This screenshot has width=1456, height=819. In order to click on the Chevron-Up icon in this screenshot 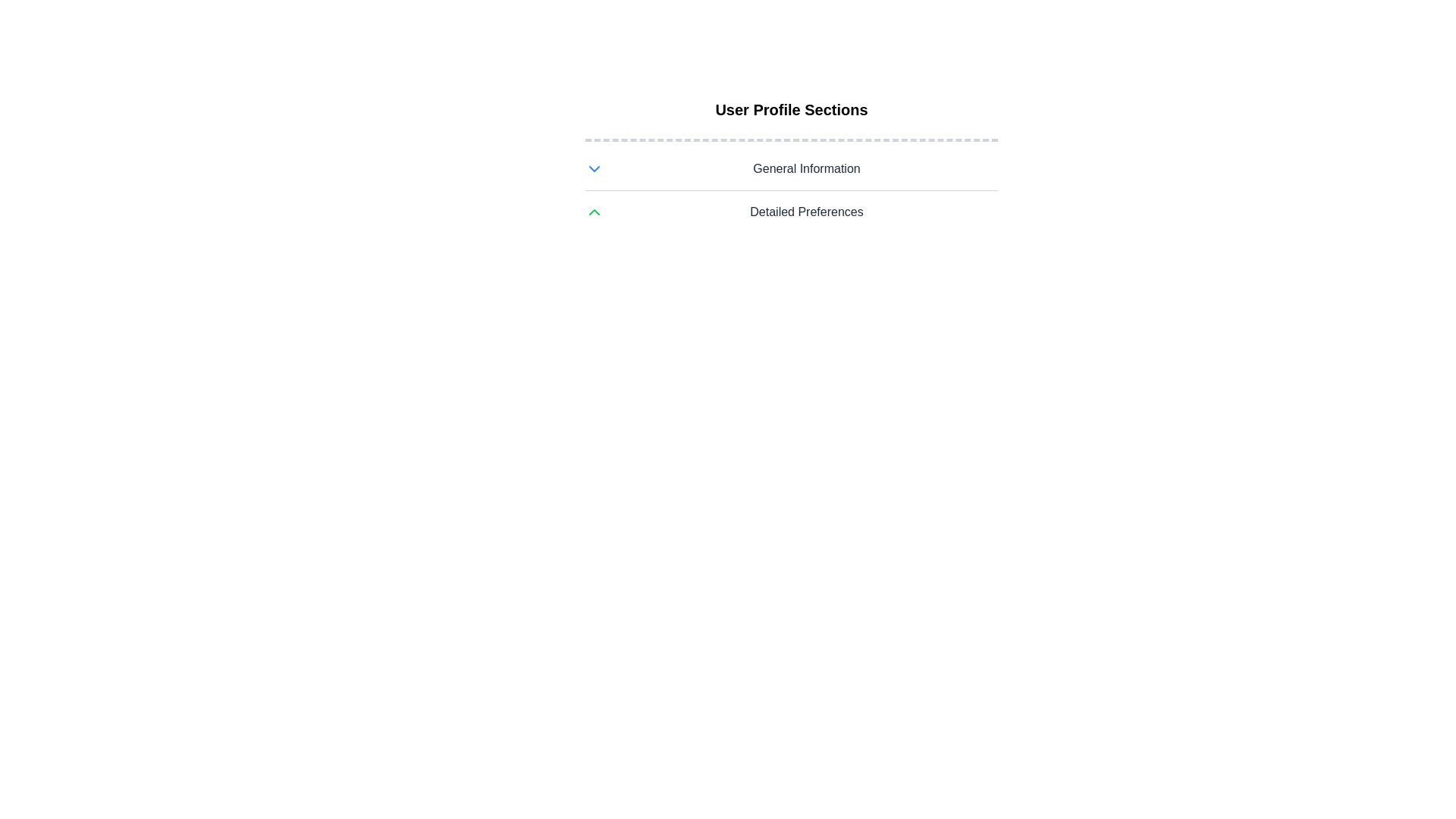, I will do `click(593, 212)`.